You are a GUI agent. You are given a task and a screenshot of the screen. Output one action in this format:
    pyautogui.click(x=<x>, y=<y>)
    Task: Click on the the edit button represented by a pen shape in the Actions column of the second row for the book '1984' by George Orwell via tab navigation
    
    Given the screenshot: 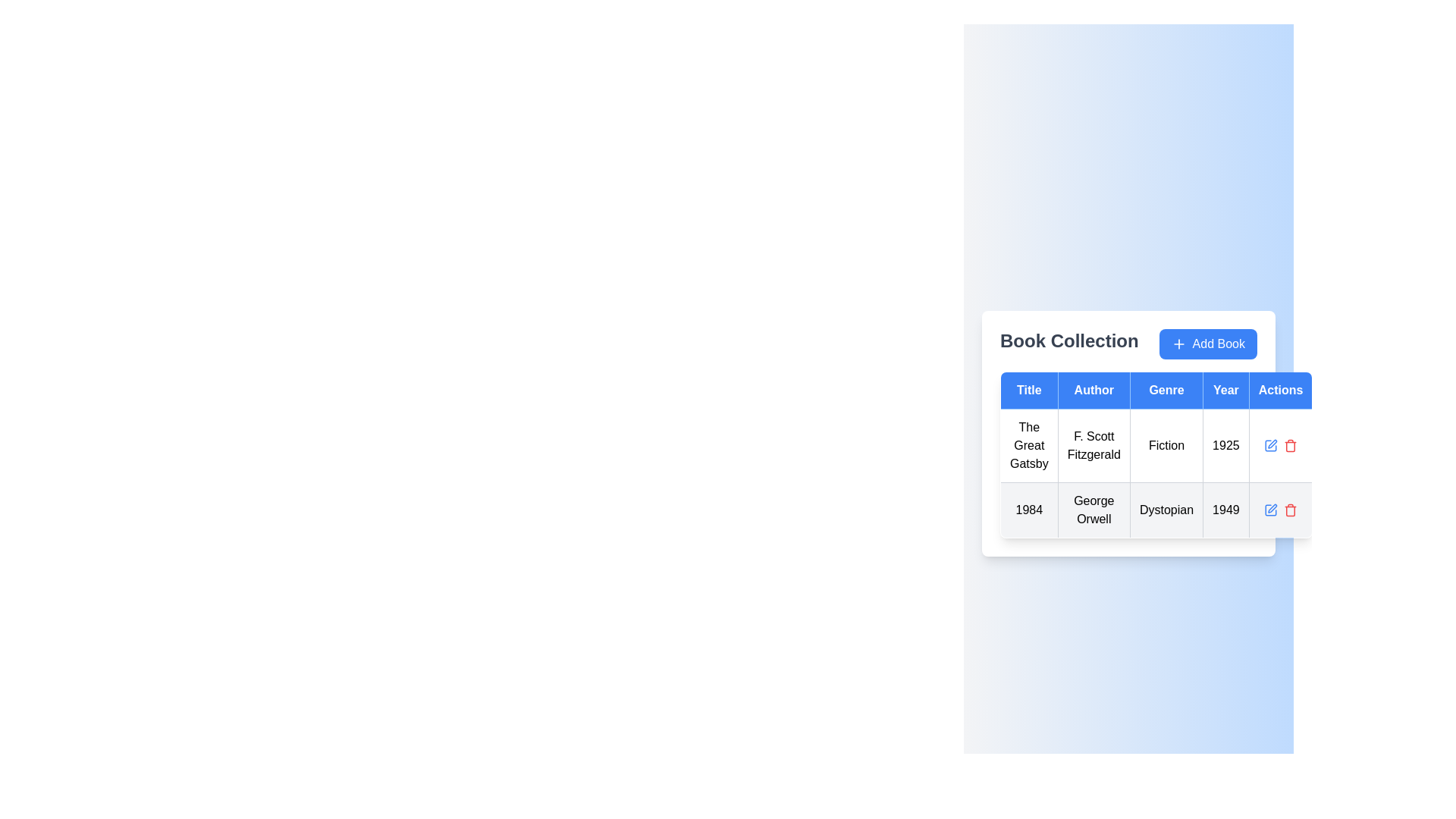 What is the action you would take?
    pyautogui.click(x=1272, y=508)
    